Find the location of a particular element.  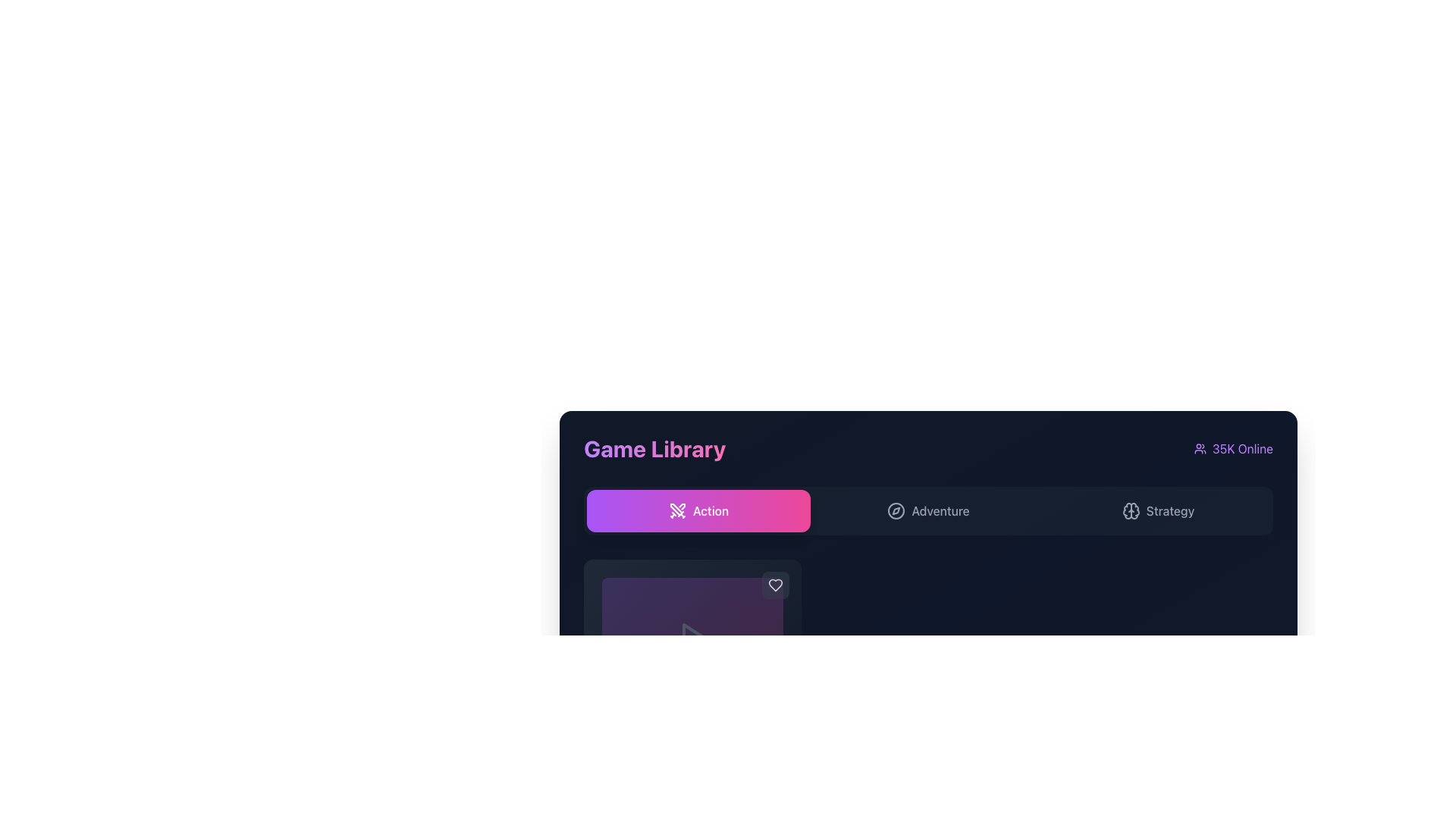

the decorative icon associated with the 'Adventure' menu item, located between the 'Action' and 'Strategy' menu items is located at coordinates (896, 511).